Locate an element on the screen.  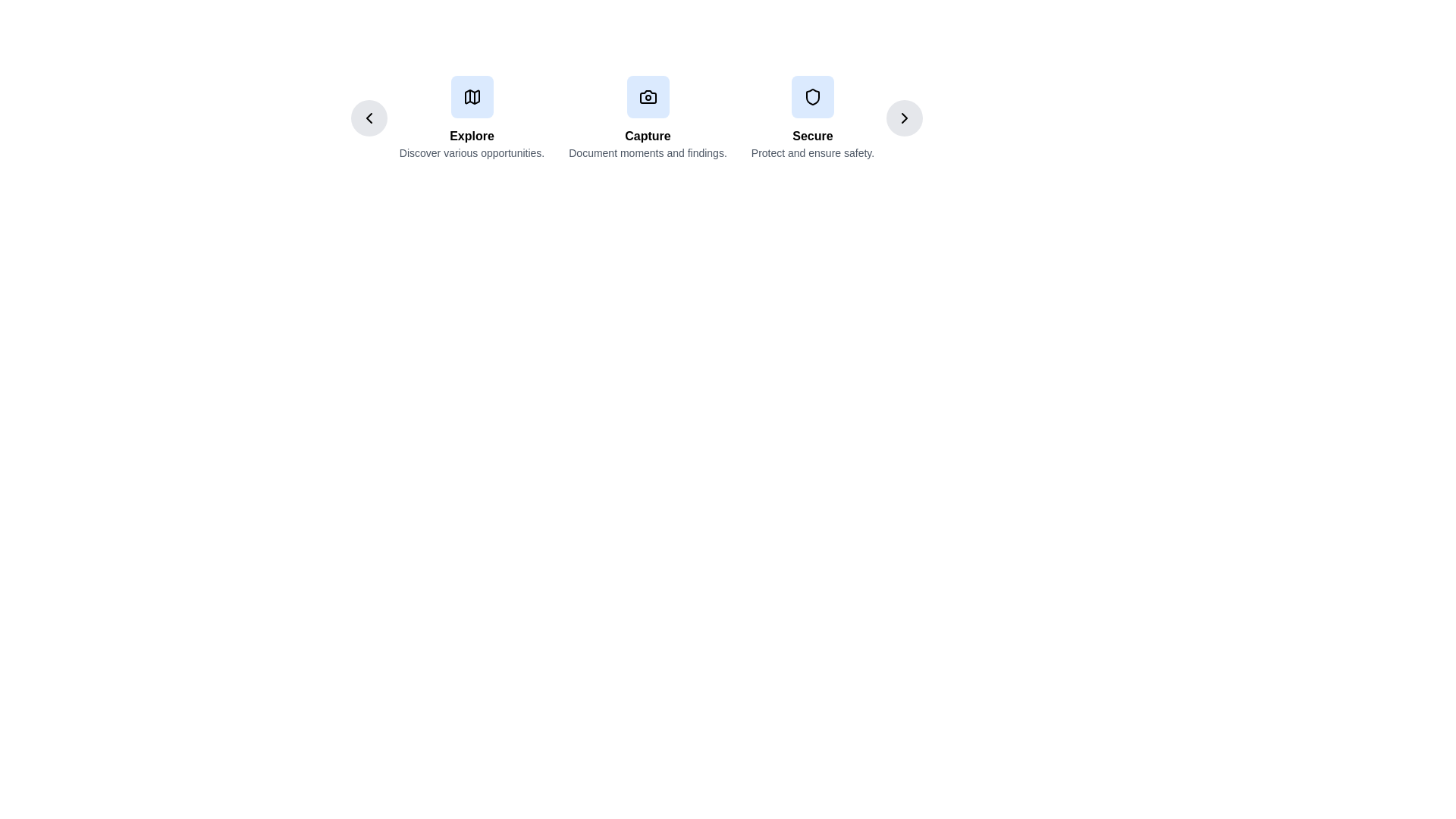
the informational block element that represents functionality related to capturing or documenting moments, positioned between the 'Explore' and 'Secure' blocks, to initiate an action related to capturing is located at coordinates (637, 117).